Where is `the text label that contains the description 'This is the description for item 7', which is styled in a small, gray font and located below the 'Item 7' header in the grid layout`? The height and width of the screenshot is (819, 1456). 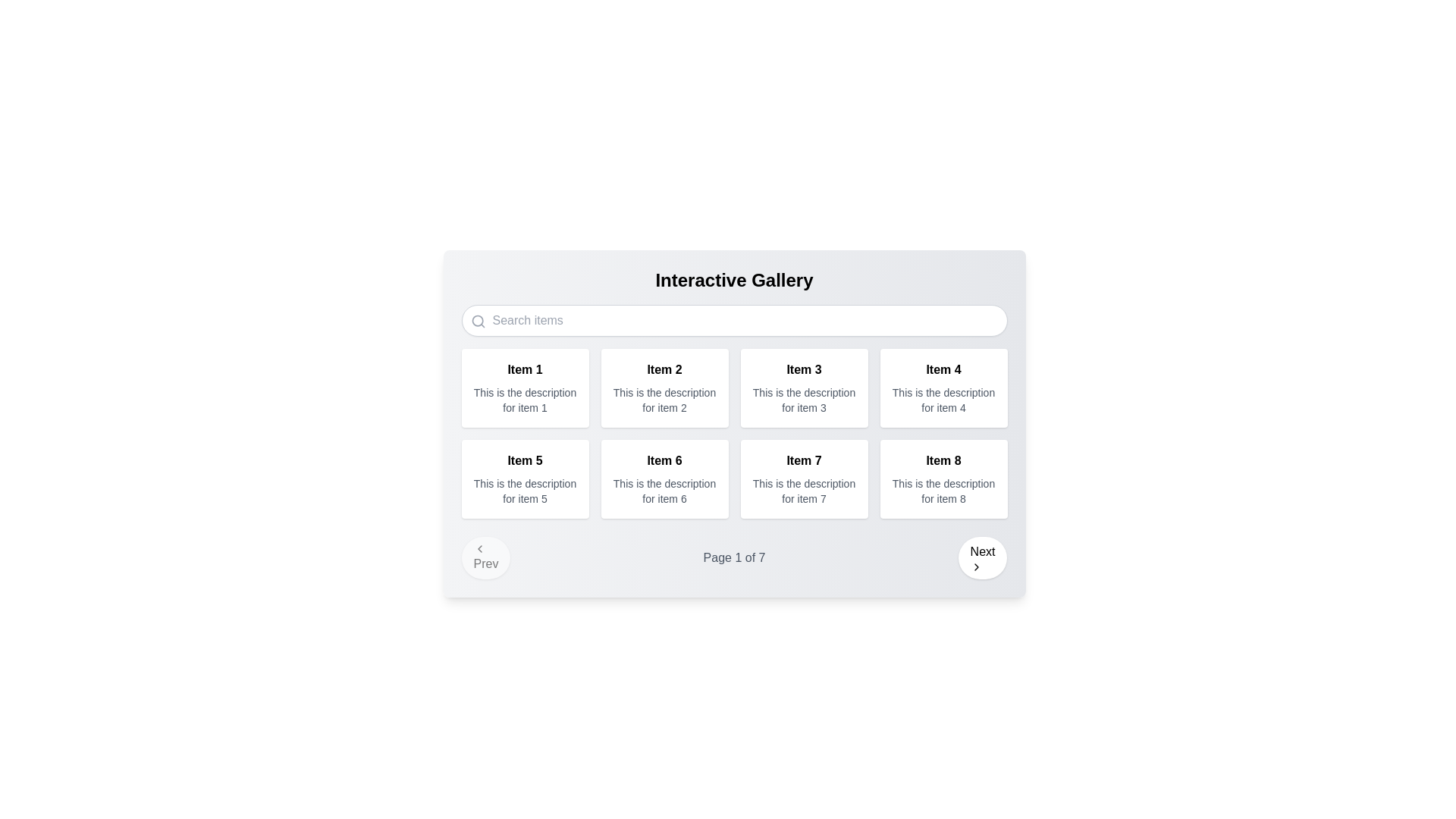
the text label that contains the description 'This is the description for item 7', which is styled in a small, gray font and located below the 'Item 7' header in the grid layout is located at coordinates (803, 491).